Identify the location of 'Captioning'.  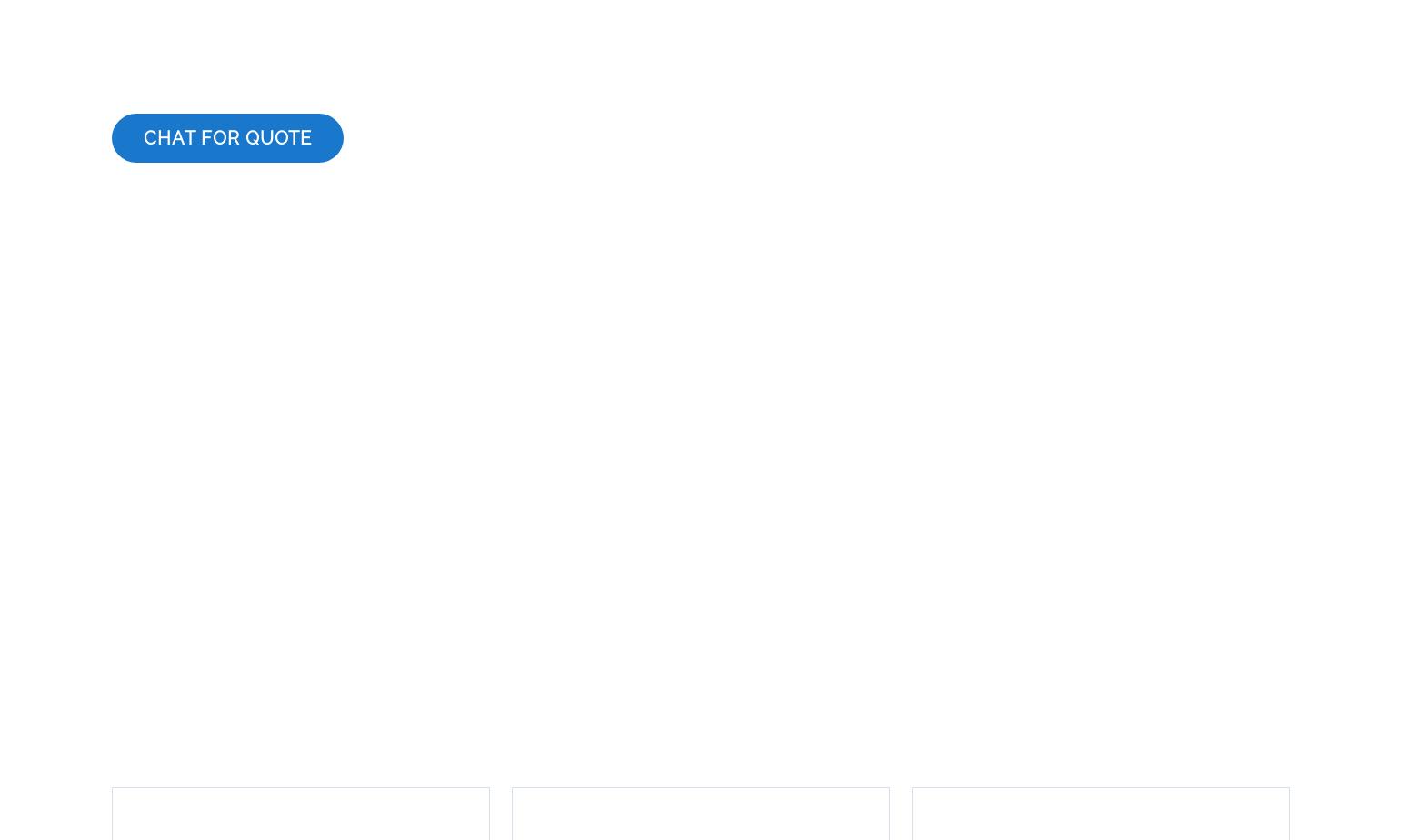
(162, 773).